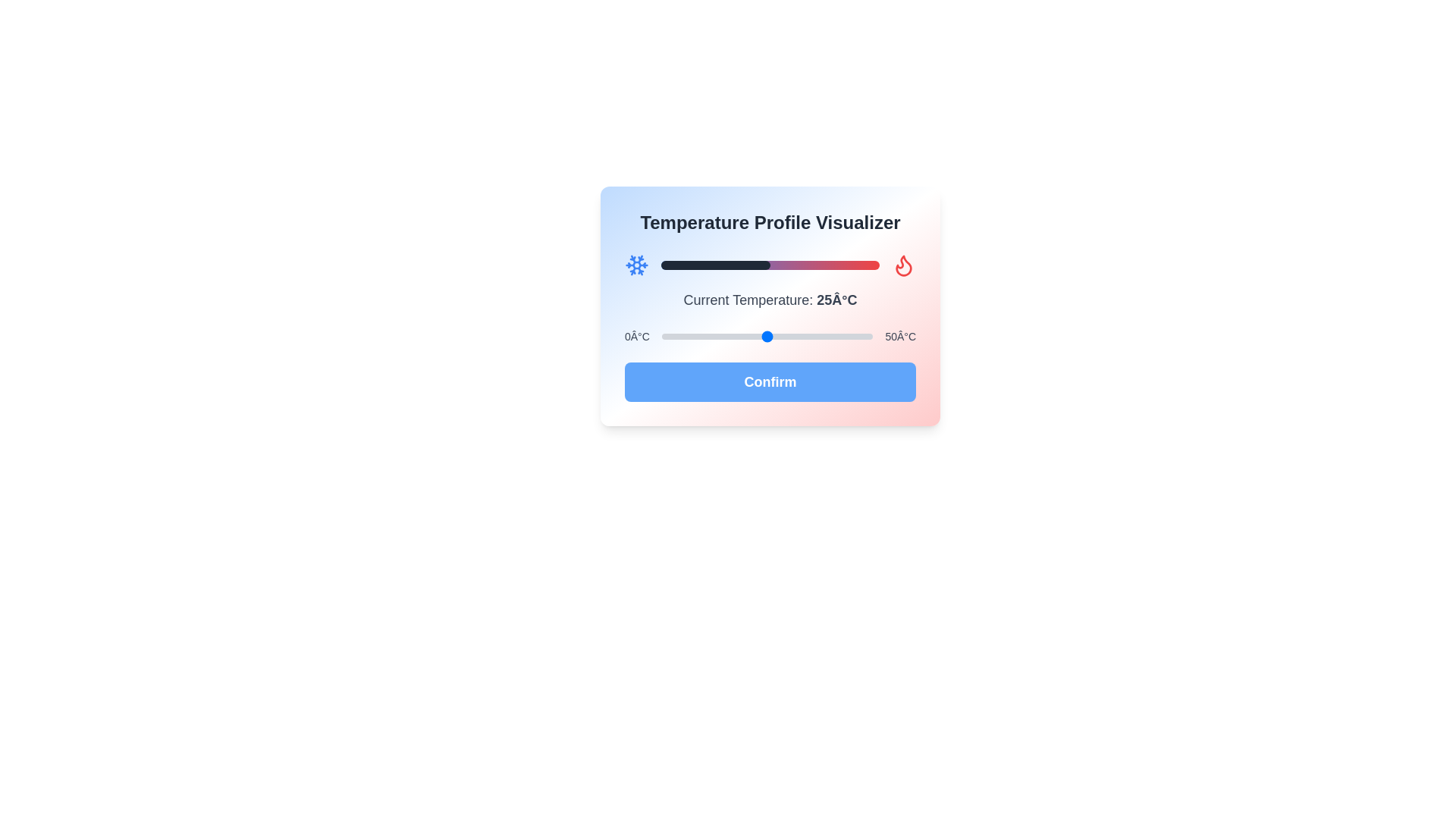  What do you see at coordinates (817, 335) in the screenshot?
I see `the temperature to 37°C using the slider` at bounding box center [817, 335].